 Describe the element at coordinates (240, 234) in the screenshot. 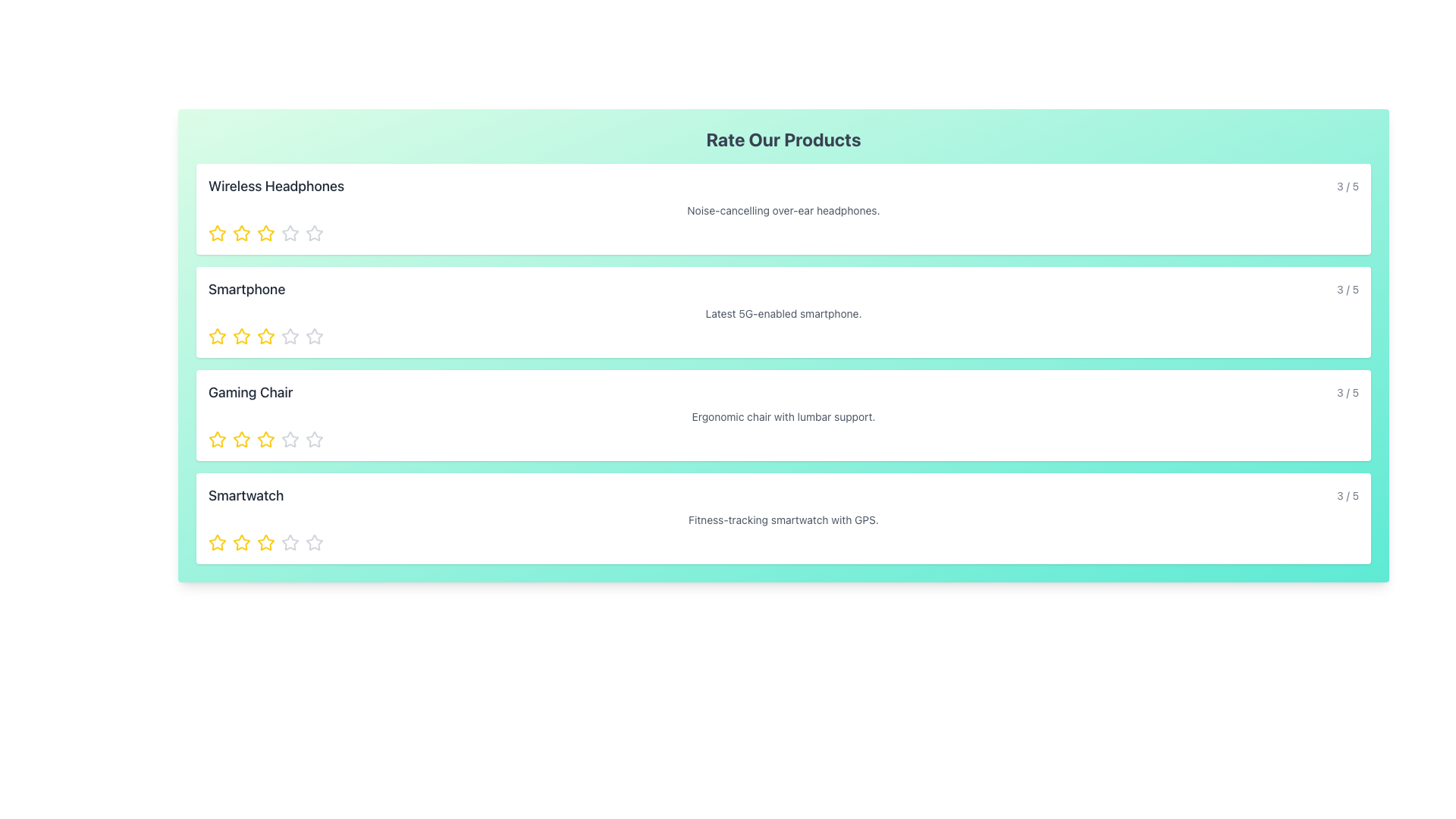

I see `the second star` at that location.